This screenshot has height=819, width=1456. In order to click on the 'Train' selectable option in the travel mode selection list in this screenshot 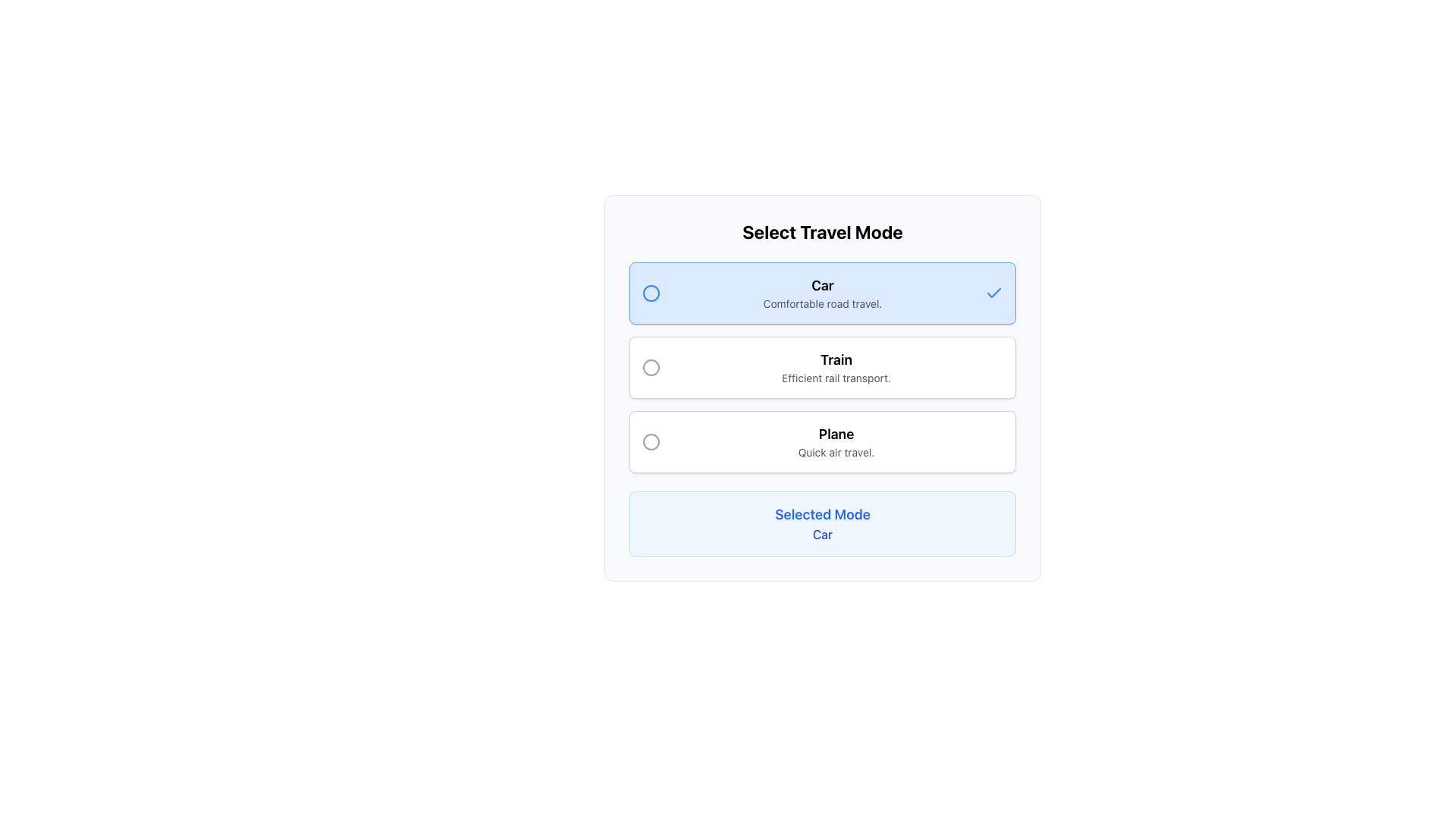, I will do `click(821, 368)`.